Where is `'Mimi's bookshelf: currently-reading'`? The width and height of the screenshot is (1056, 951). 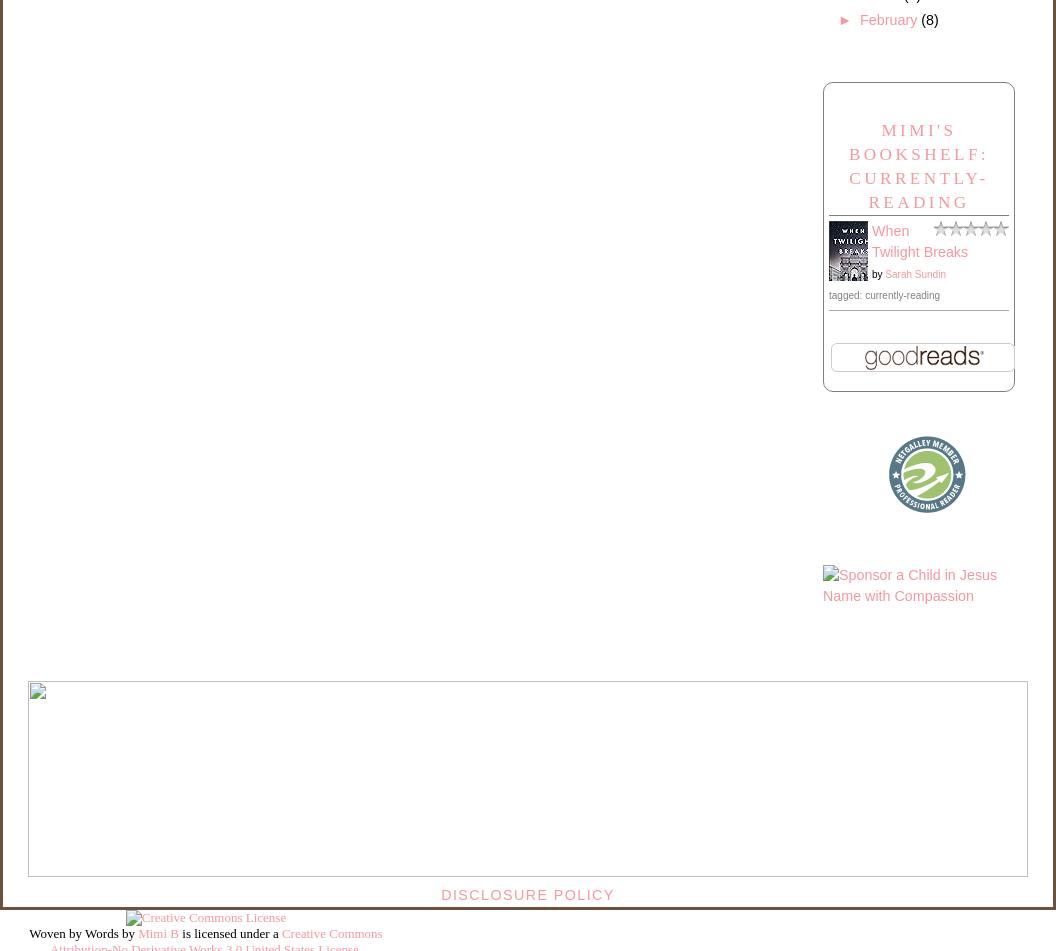 'Mimi's bookshelf: currently-reading' is located at coordinates (917, 165).